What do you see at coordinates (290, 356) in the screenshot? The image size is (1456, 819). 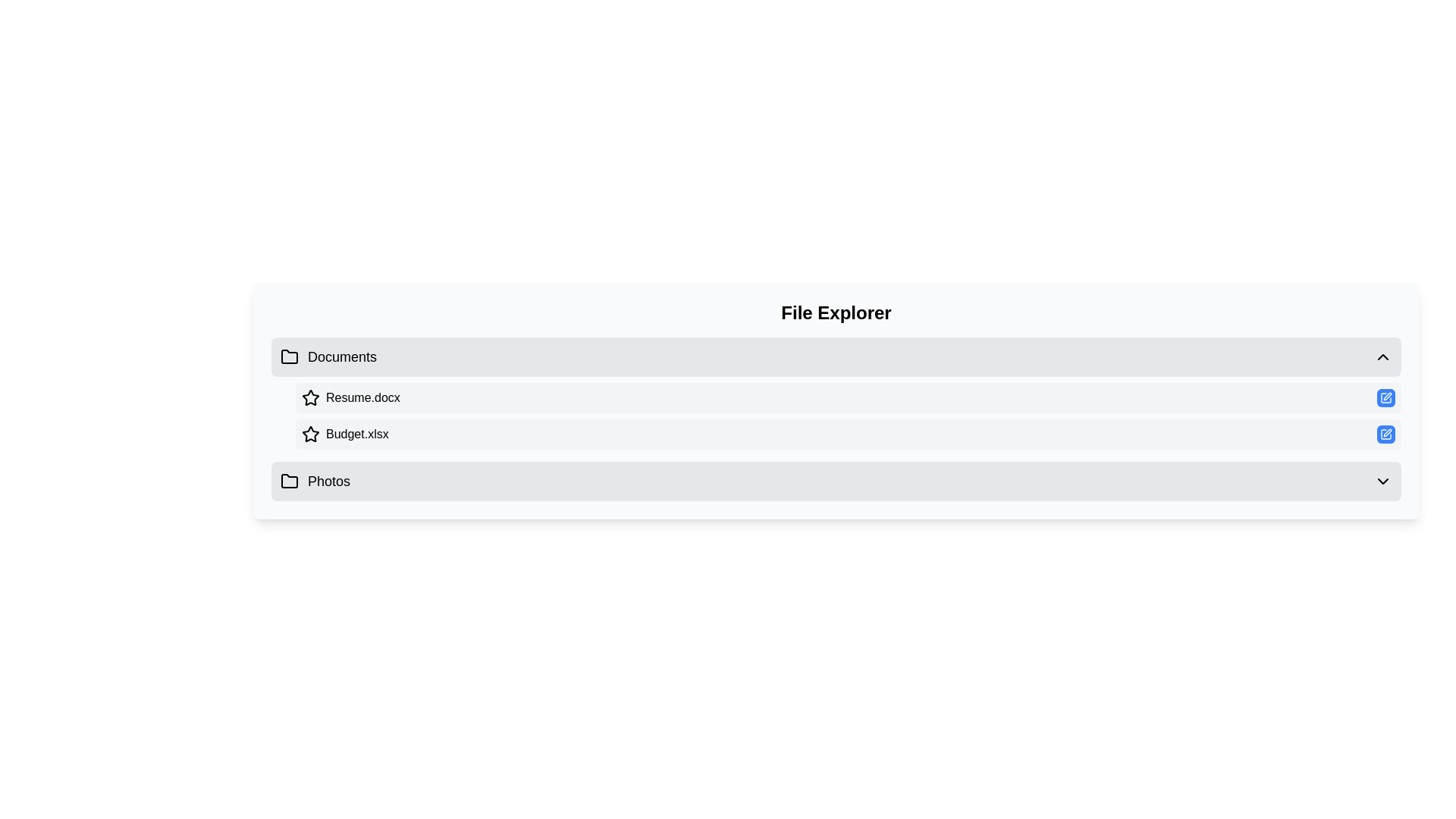 I see `the small folder icon located to the left of the 'Documents' text label, which serves as a visual indicator for the folder item` at bounding box center [290, 356].